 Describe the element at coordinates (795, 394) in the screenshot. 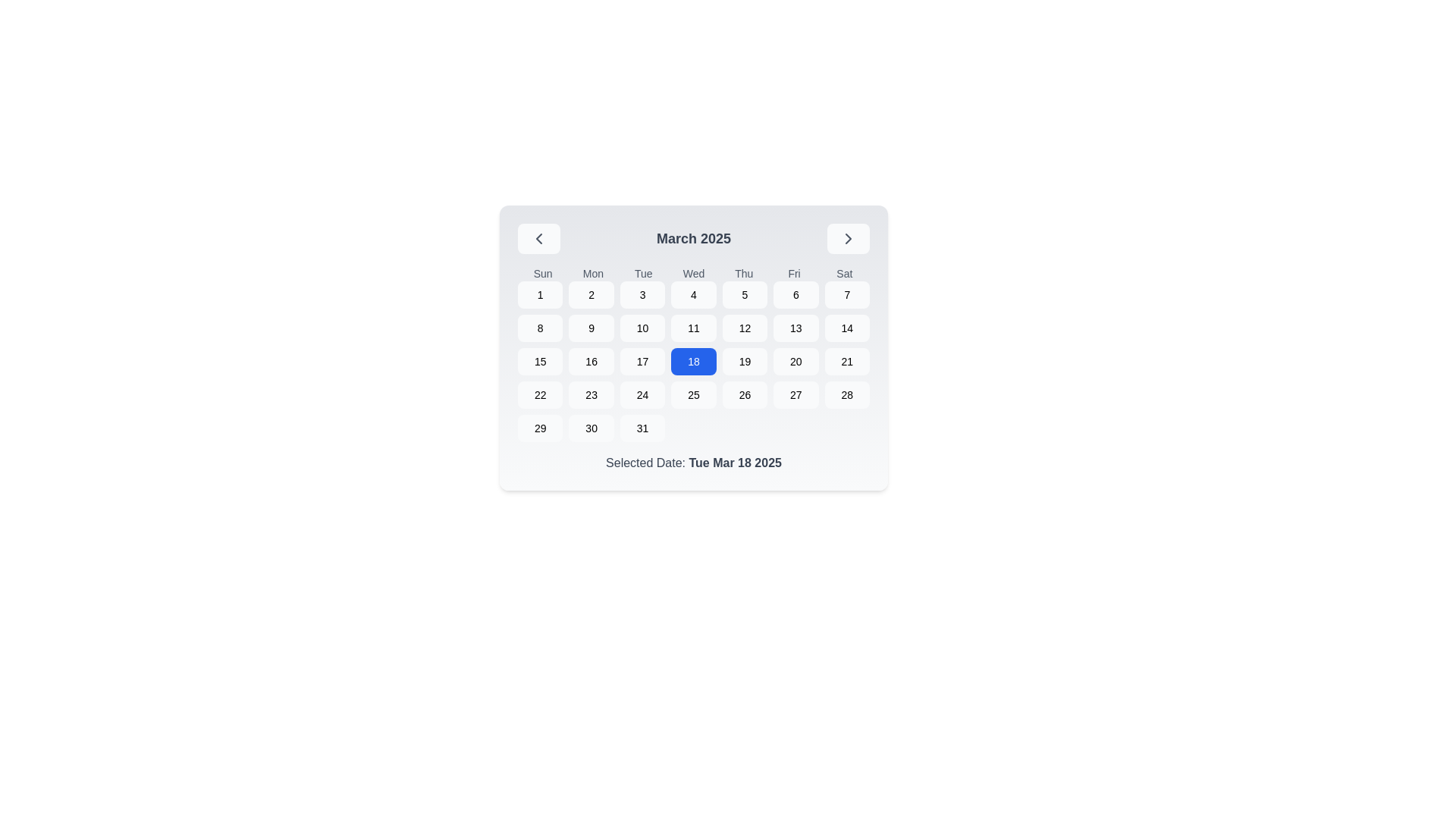

I see `the day selector button for the 27th day in the March 2025 calendar grid` at that location.